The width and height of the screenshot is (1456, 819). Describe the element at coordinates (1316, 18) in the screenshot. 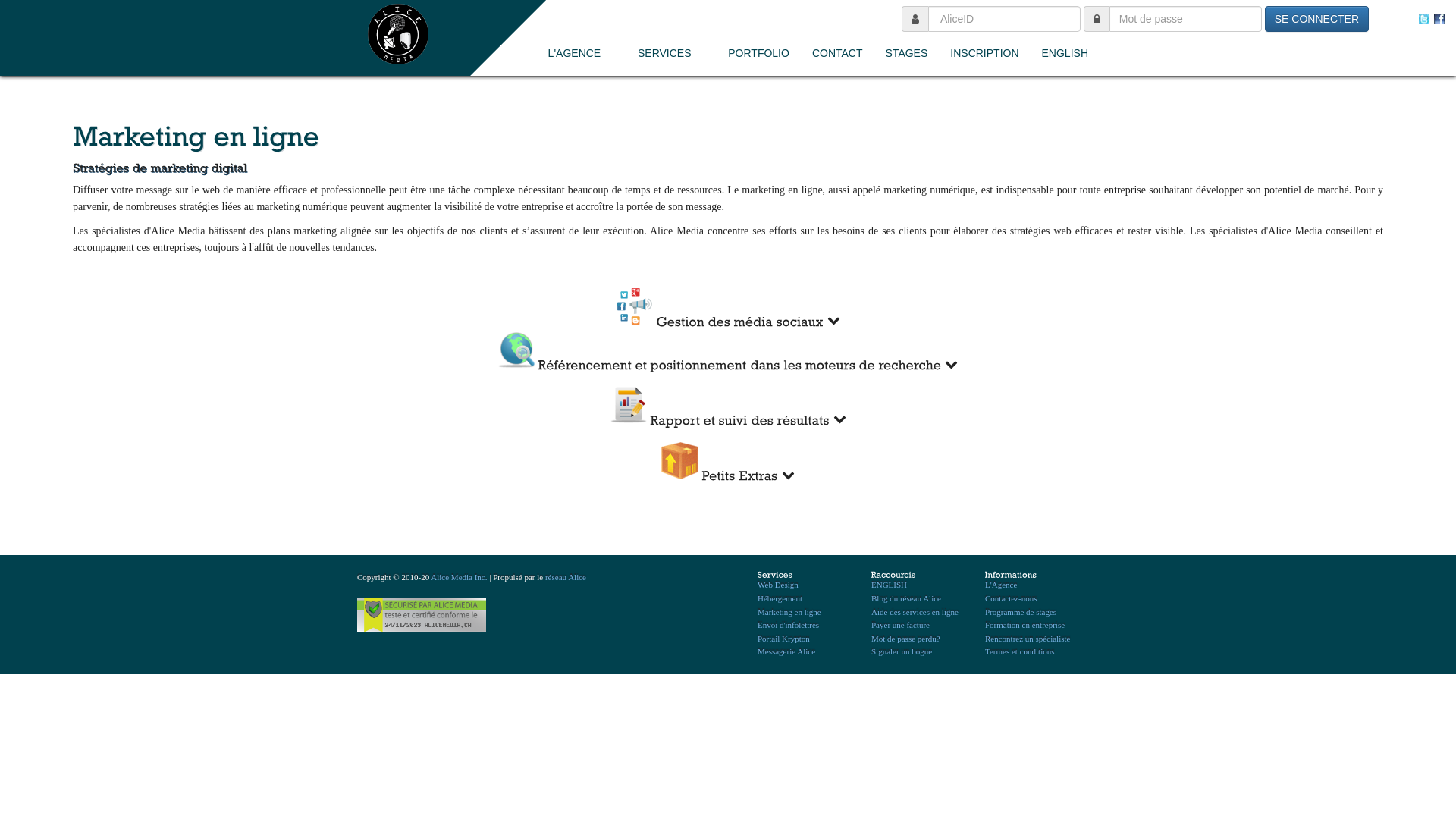

I see `'SE CONNECTER'` at that location.